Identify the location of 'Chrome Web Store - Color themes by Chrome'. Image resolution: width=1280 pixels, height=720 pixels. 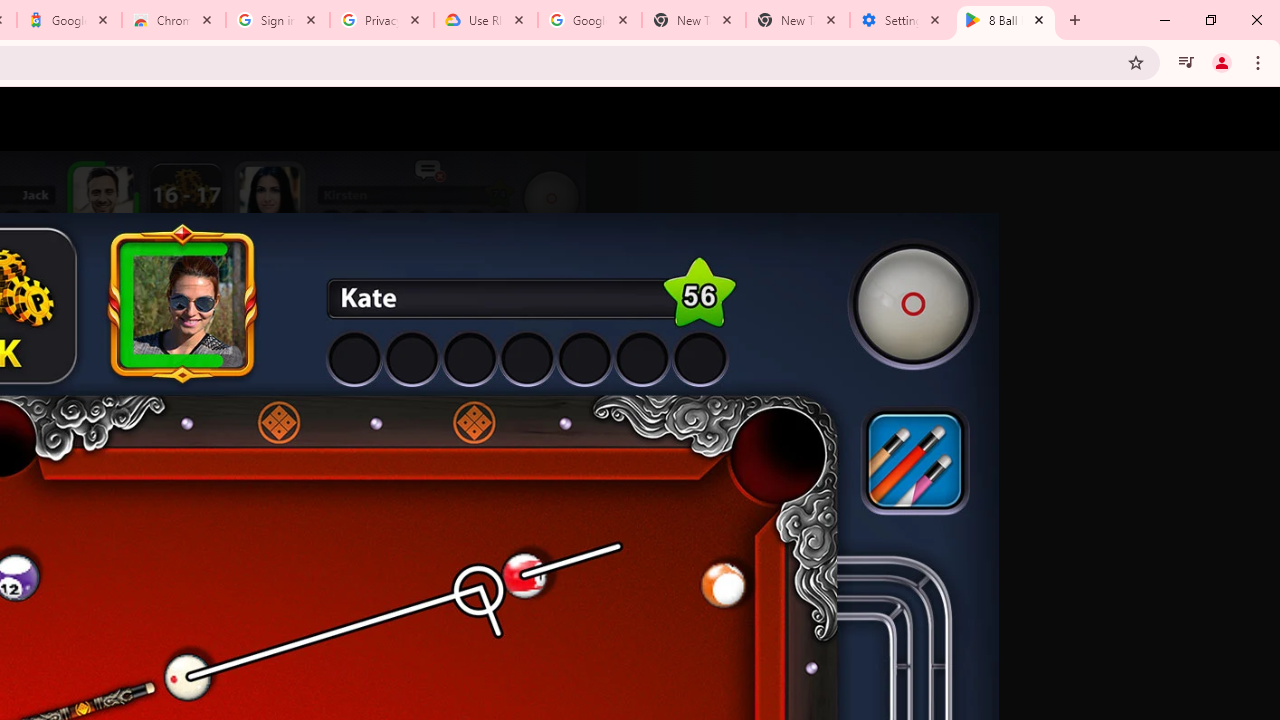
(174, 20).